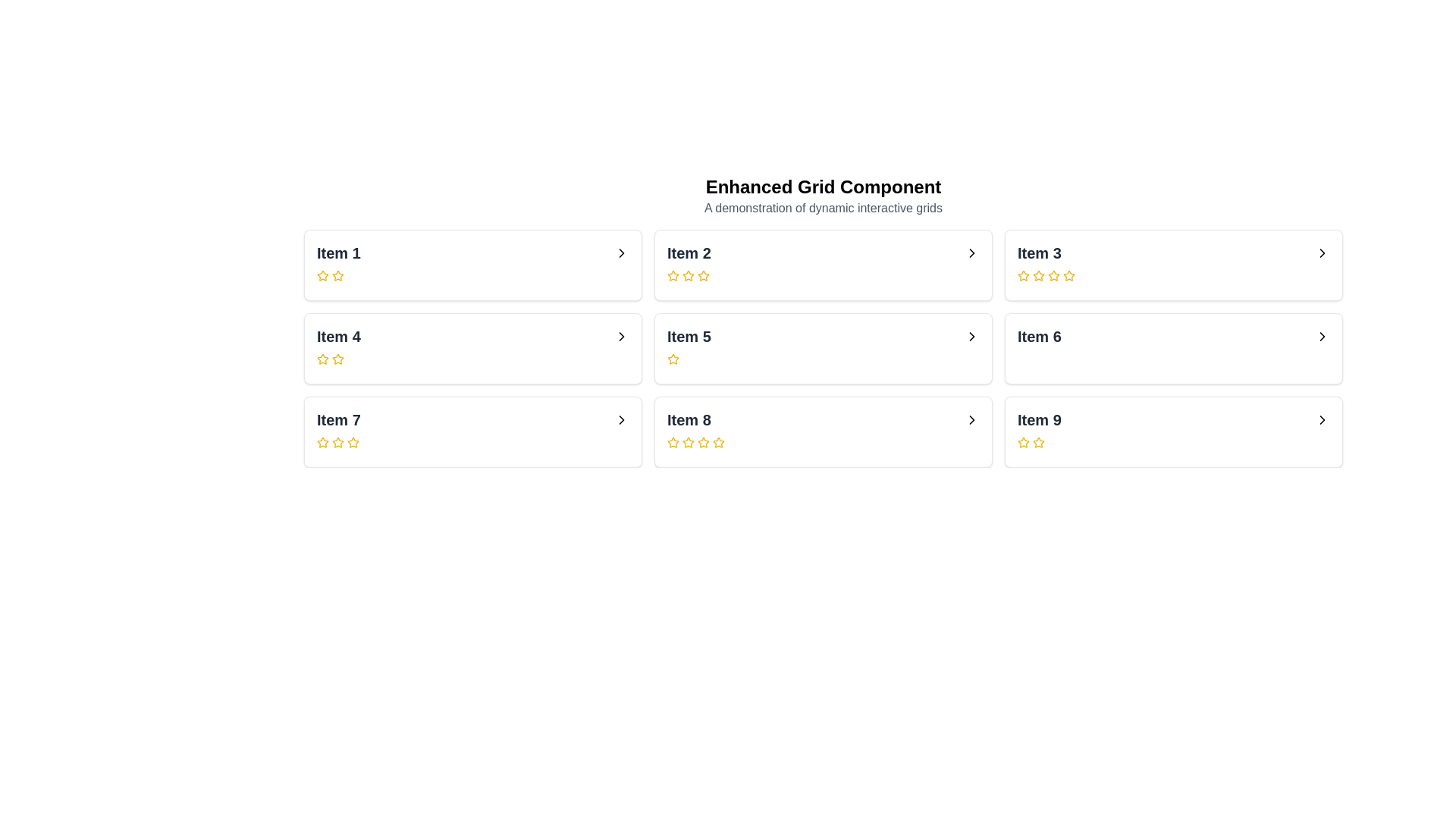  What do you see at coordinates (822, 186) in the screenshot?
I see `the text label 'Enhanced Grid Component' which is prominently displayed at the top center of the layout, styled in bold and larger font` at bounding box center [822, 186].